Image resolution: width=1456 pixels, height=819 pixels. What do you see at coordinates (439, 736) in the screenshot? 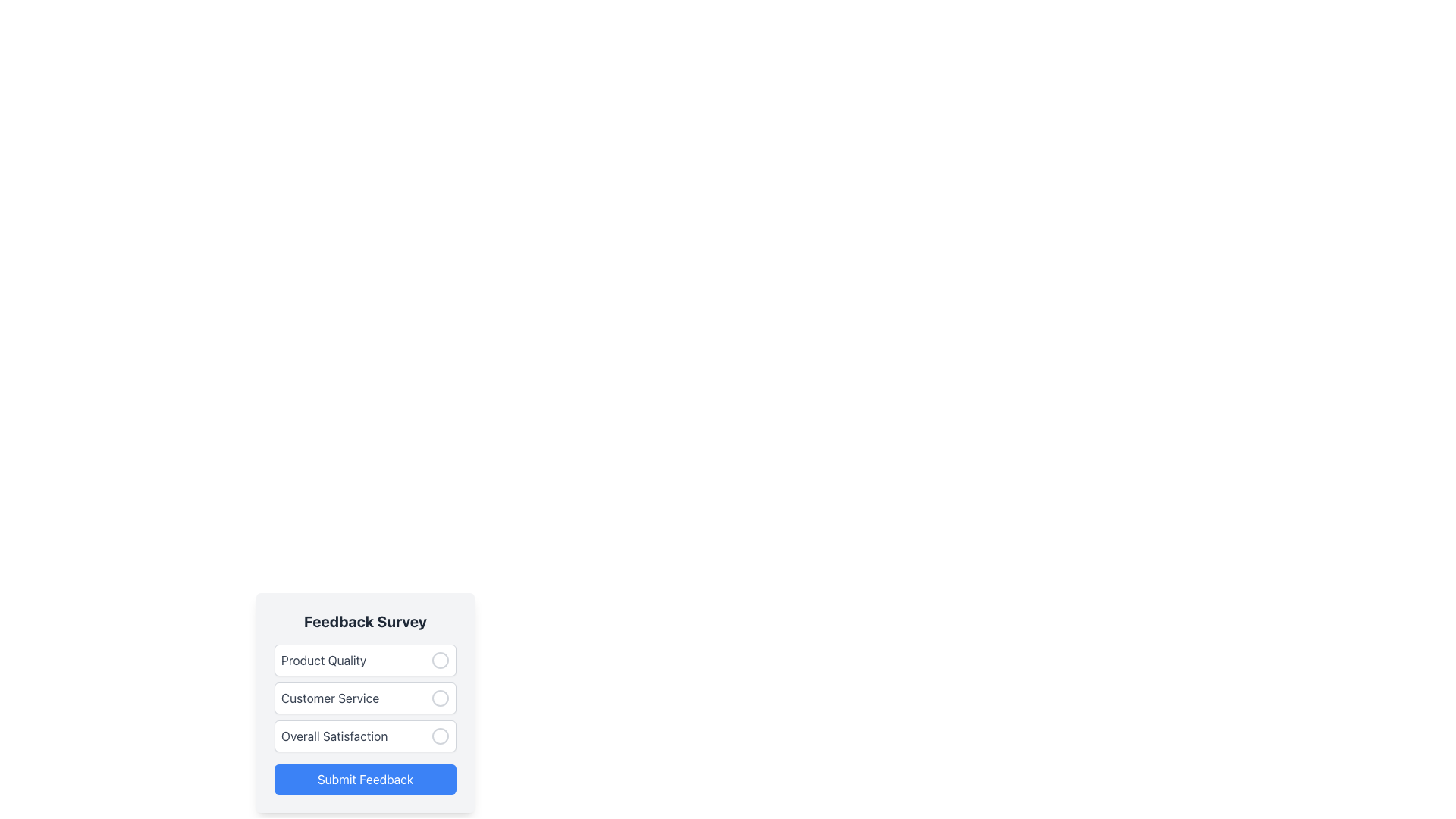
I see `the radio button for 'Overall Satisfaction'` at bounding box center [439, 736].